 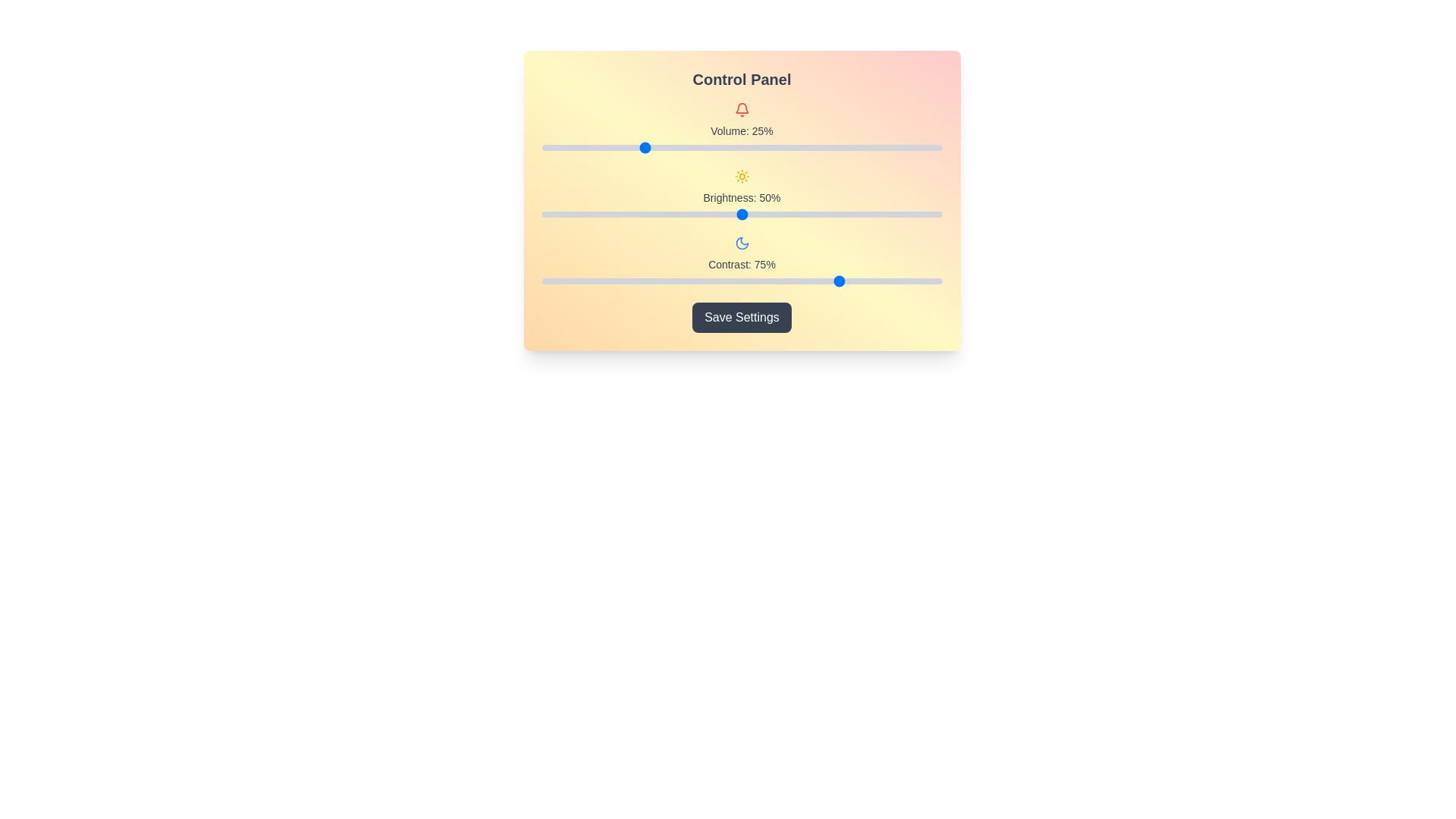 What do you see at coordinates (742, 130) in the screenshot?
I see `the text label that displays the current volume percentage, located below the bell icon in the control panel layout` at bounding box center [742, 130].